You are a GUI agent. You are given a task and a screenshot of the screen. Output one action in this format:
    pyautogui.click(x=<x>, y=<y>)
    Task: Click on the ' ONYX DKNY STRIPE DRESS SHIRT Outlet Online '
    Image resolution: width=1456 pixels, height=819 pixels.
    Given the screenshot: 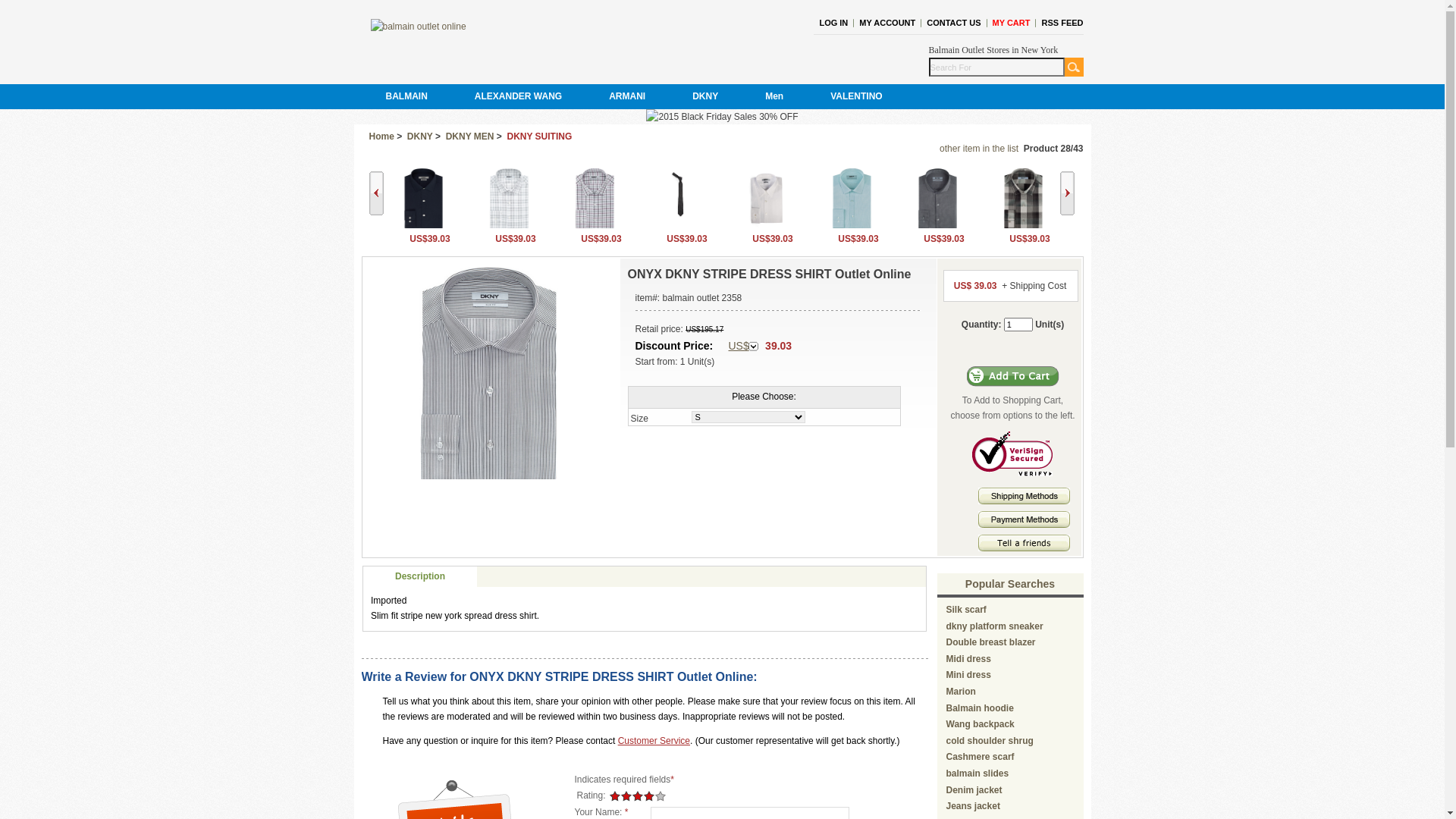 What is the action you would take?
    pyautogui.click(x=488, y=373)
    